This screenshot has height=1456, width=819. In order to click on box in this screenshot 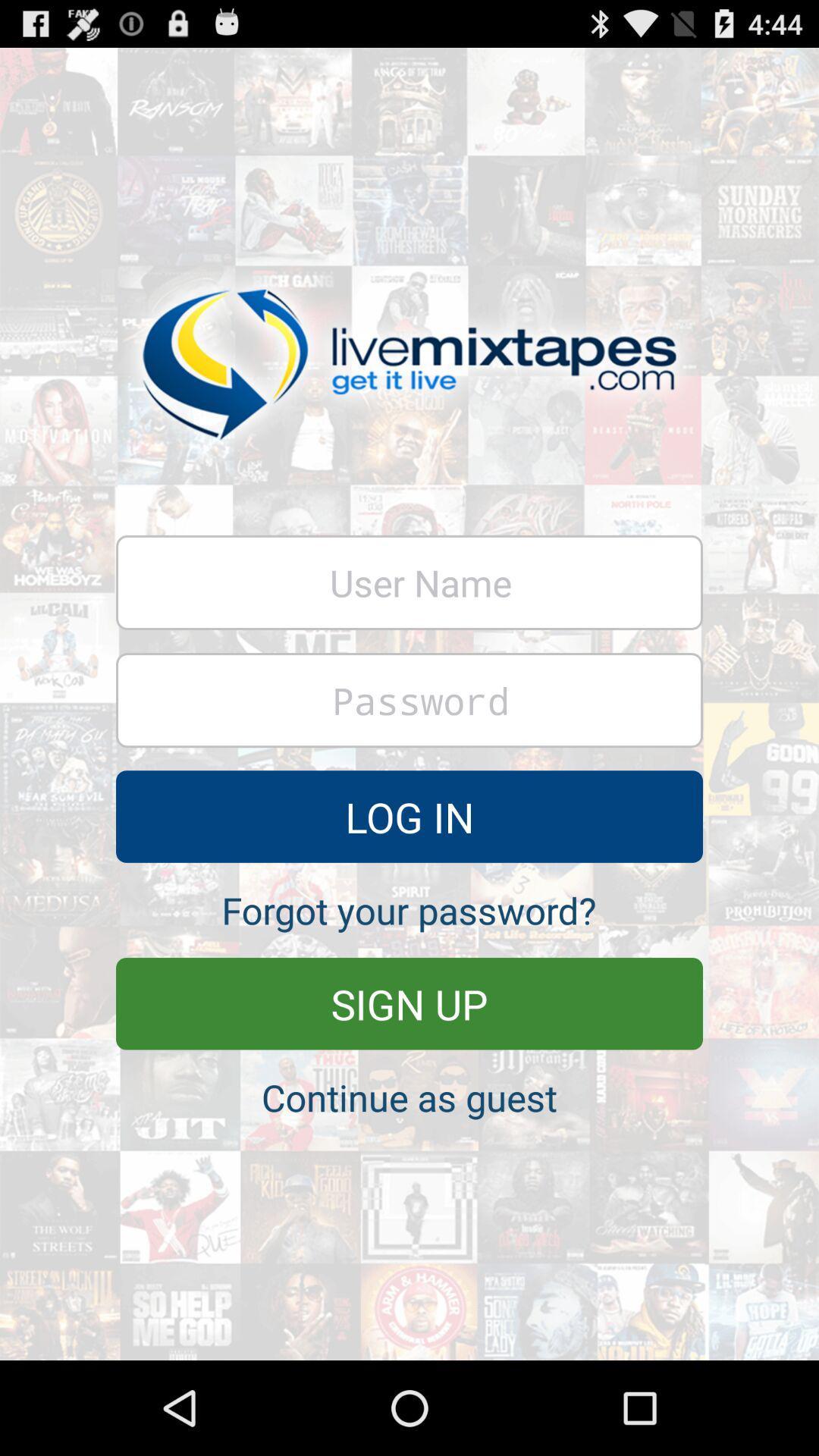, I will do `click(409, 582)`.